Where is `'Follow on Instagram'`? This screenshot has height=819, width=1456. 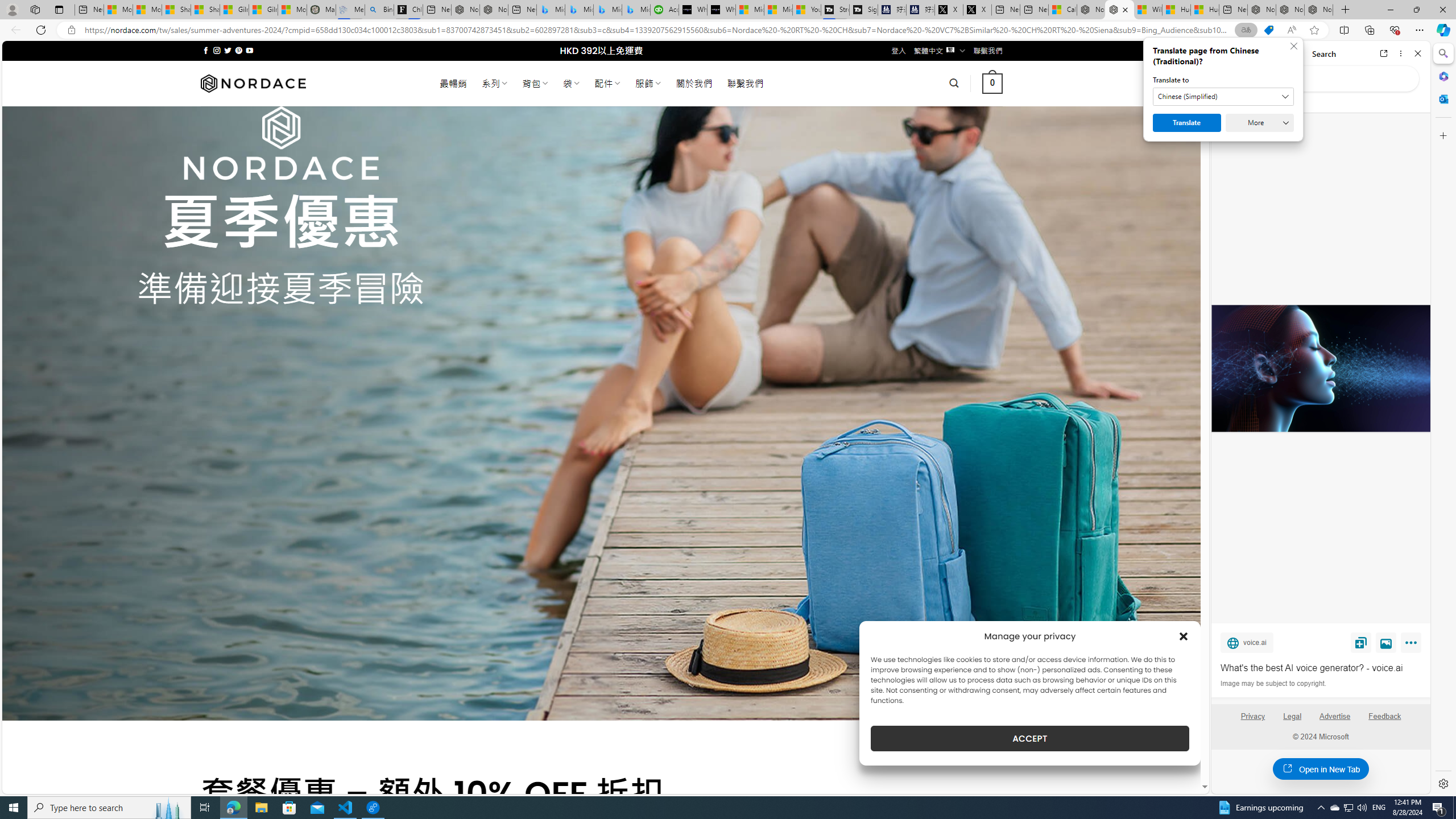
'Follow on Instagram' is located at coordinates (216, 50).